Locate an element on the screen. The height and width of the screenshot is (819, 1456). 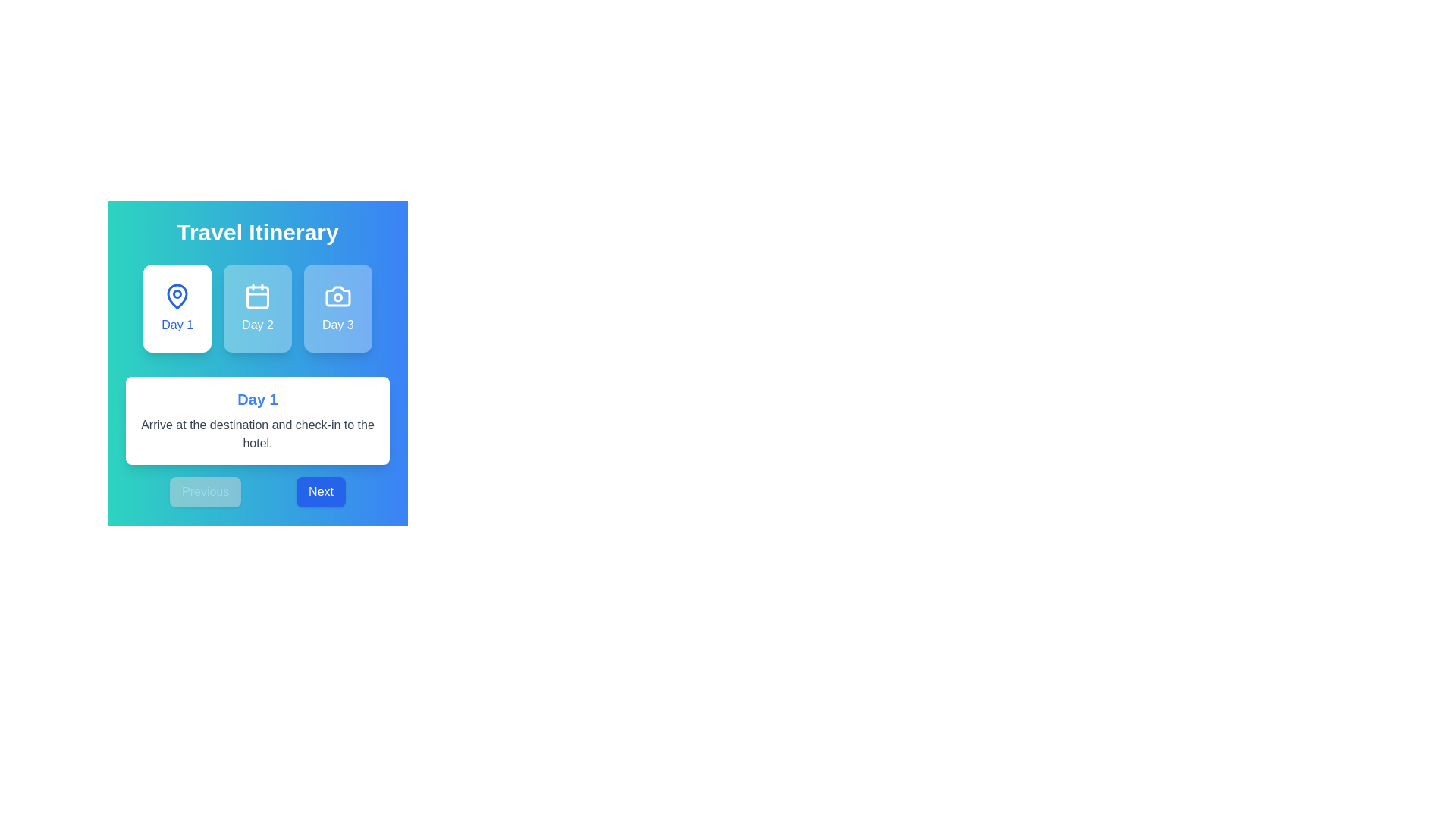
the card for Day 1 to select that day is located at coordinates (177, 308).